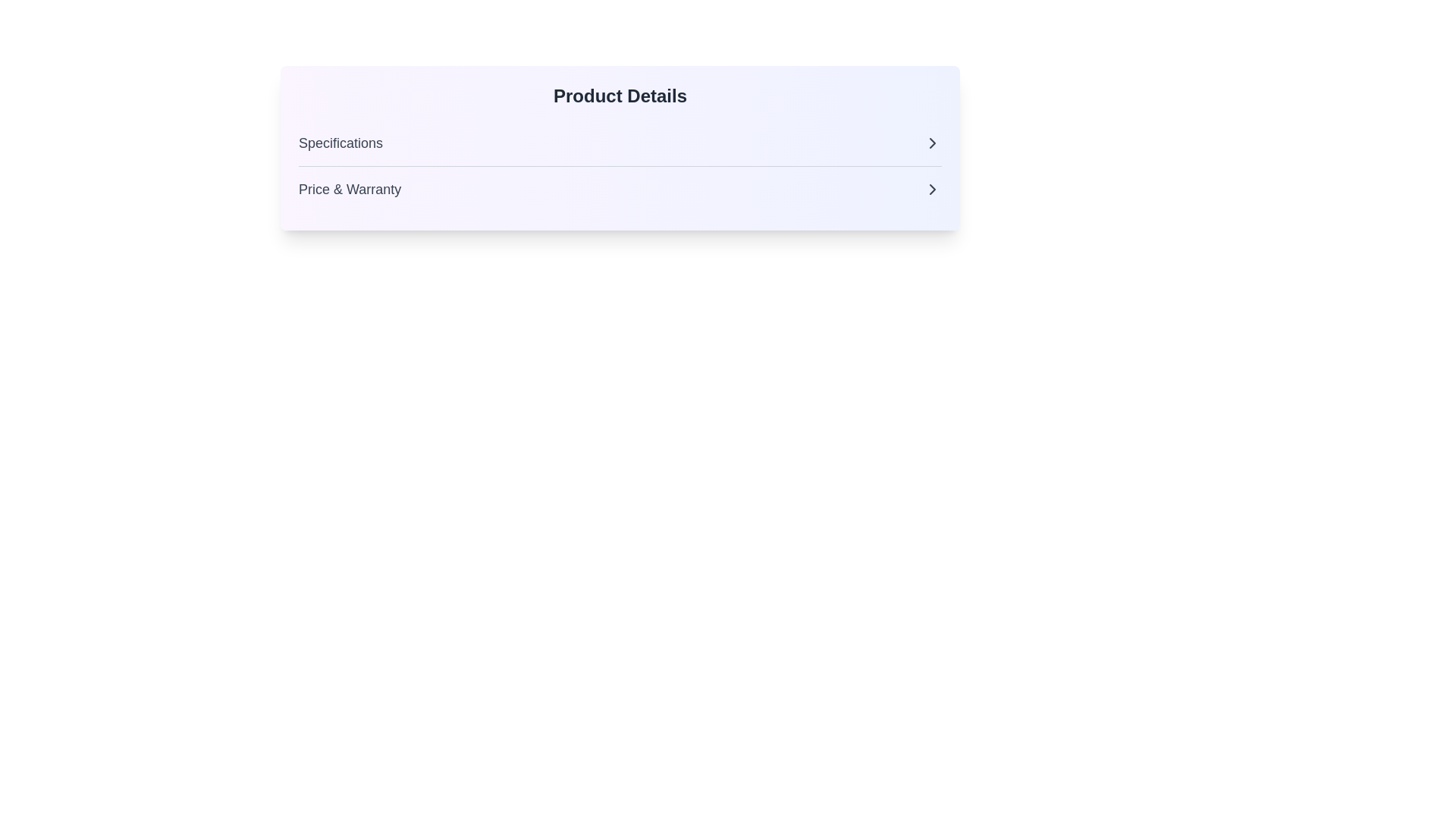 This screenshot has width=1456, height=819. I want to click on text of the Label/Text Element that serves as a title or label for a subsection under 'Product Details', located below the 'Specifications' entry, so click(349, 189).